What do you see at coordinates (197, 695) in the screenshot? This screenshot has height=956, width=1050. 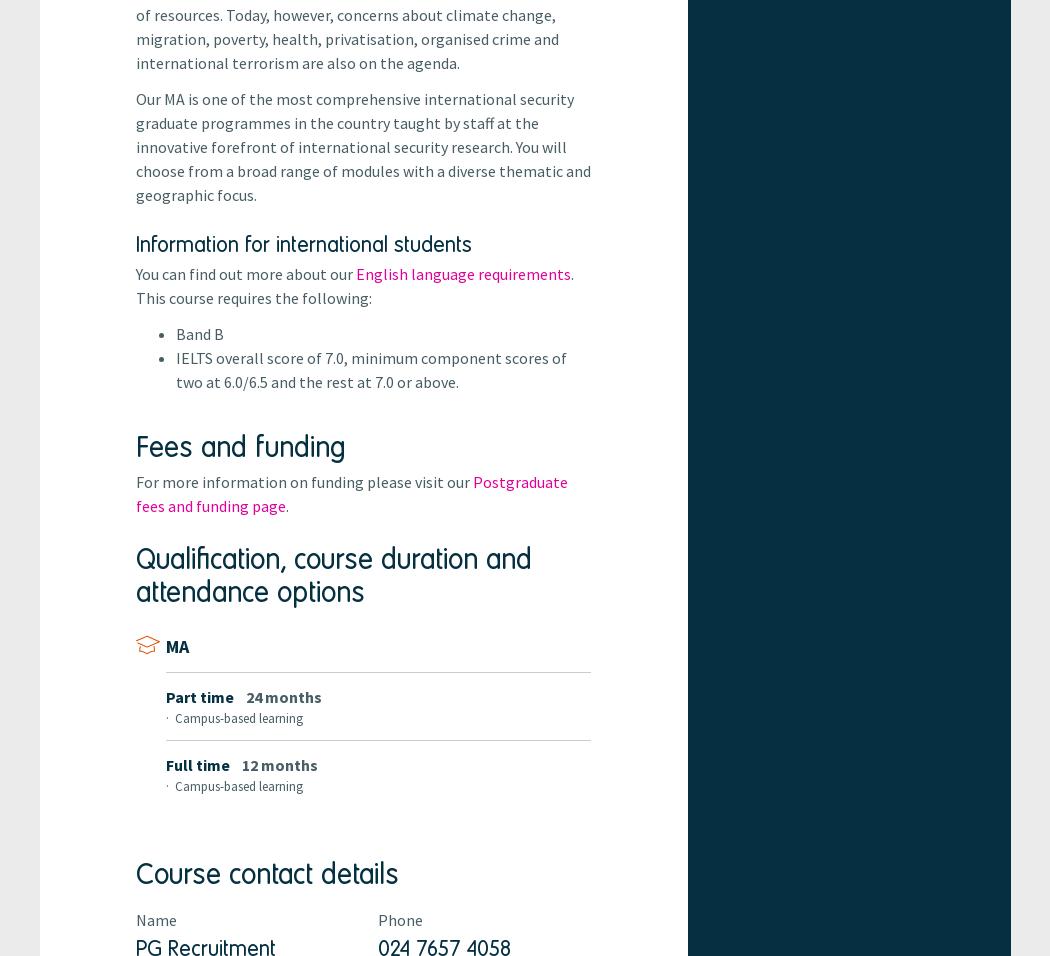 I see `'part time'` at bounding box center [197, 695].